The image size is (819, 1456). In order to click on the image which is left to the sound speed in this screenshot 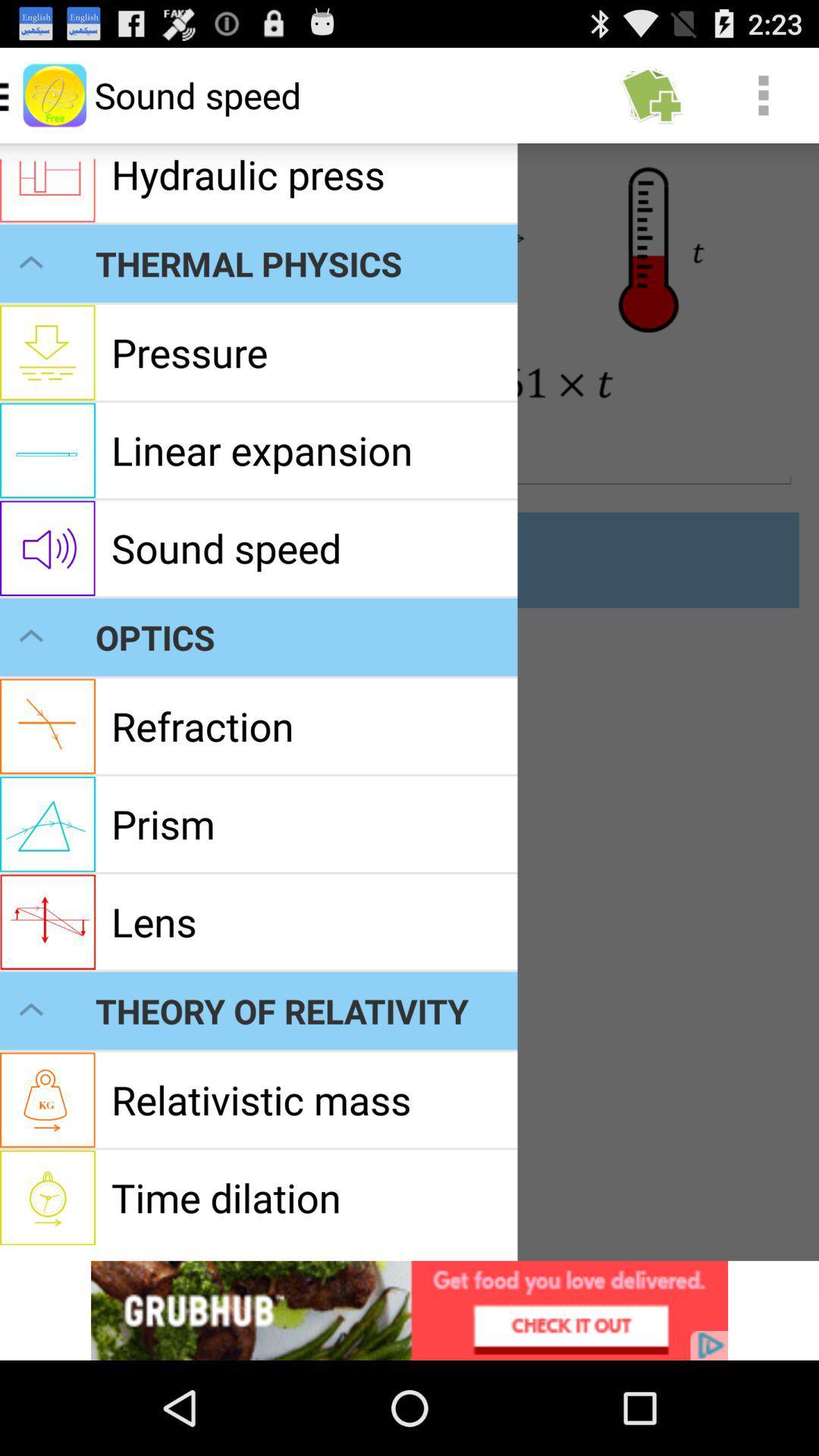, I will do `click(54, 94)`.